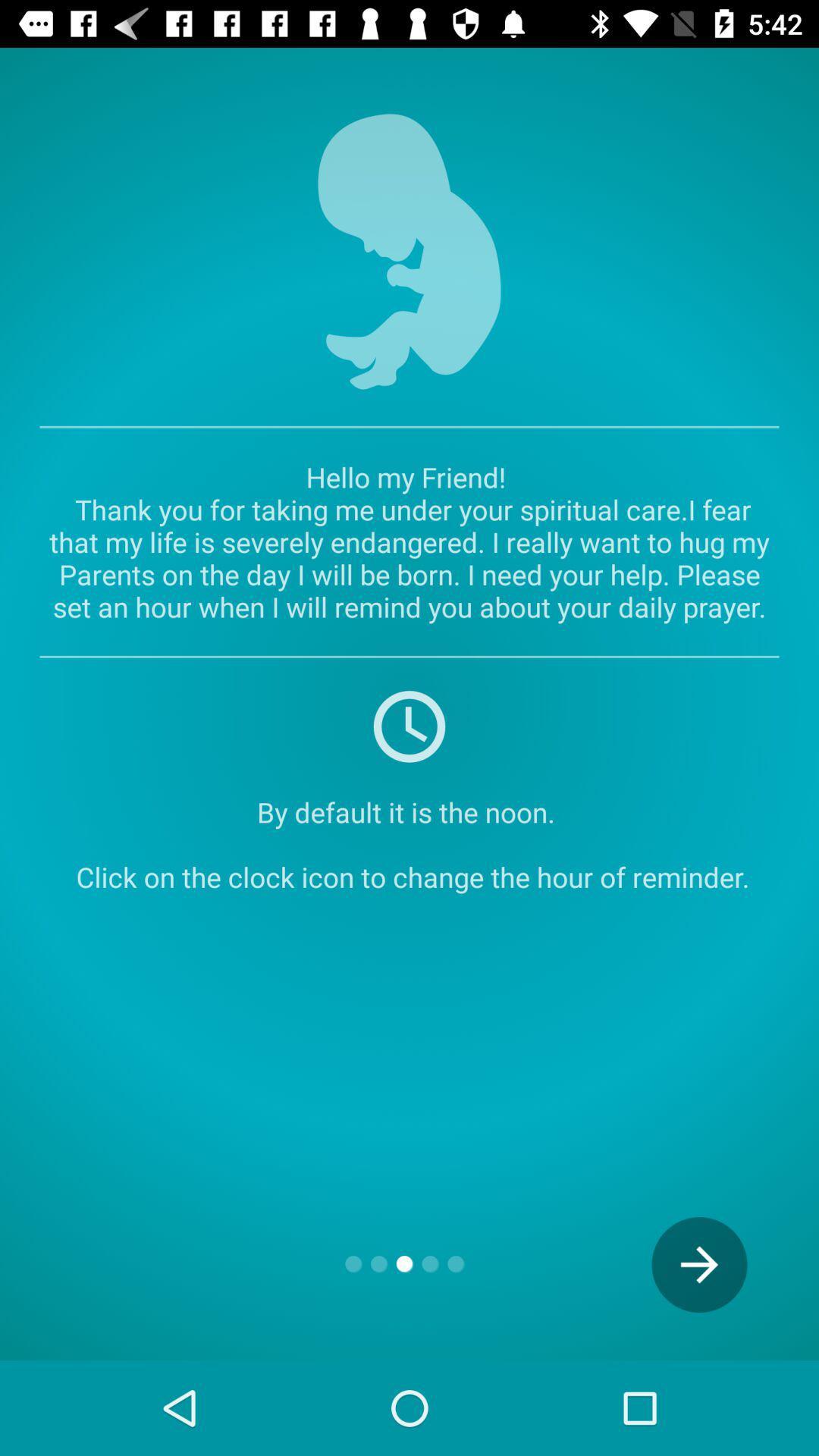 The image size is (819, 1456). Describe the element at coordinates (409, 724) in the screenshot. I see `clock for time display` at that location.